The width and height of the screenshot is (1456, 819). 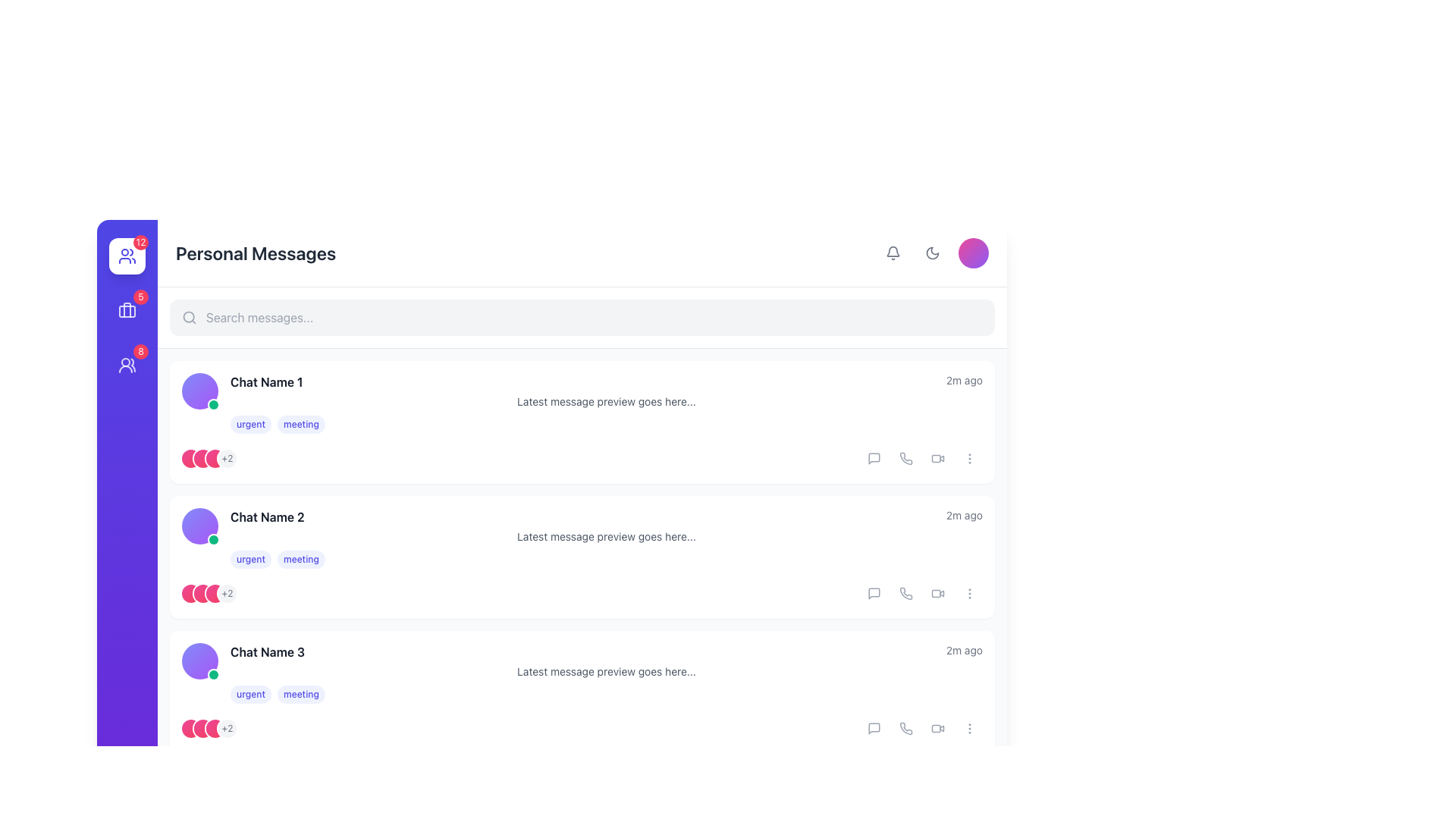 What do you see at coordinates (874, 593) in the screenshot?
I see `the interactive button with a speech bubble icon located in the second chat entry, first icon from the left` at bounding box center [874, 593].